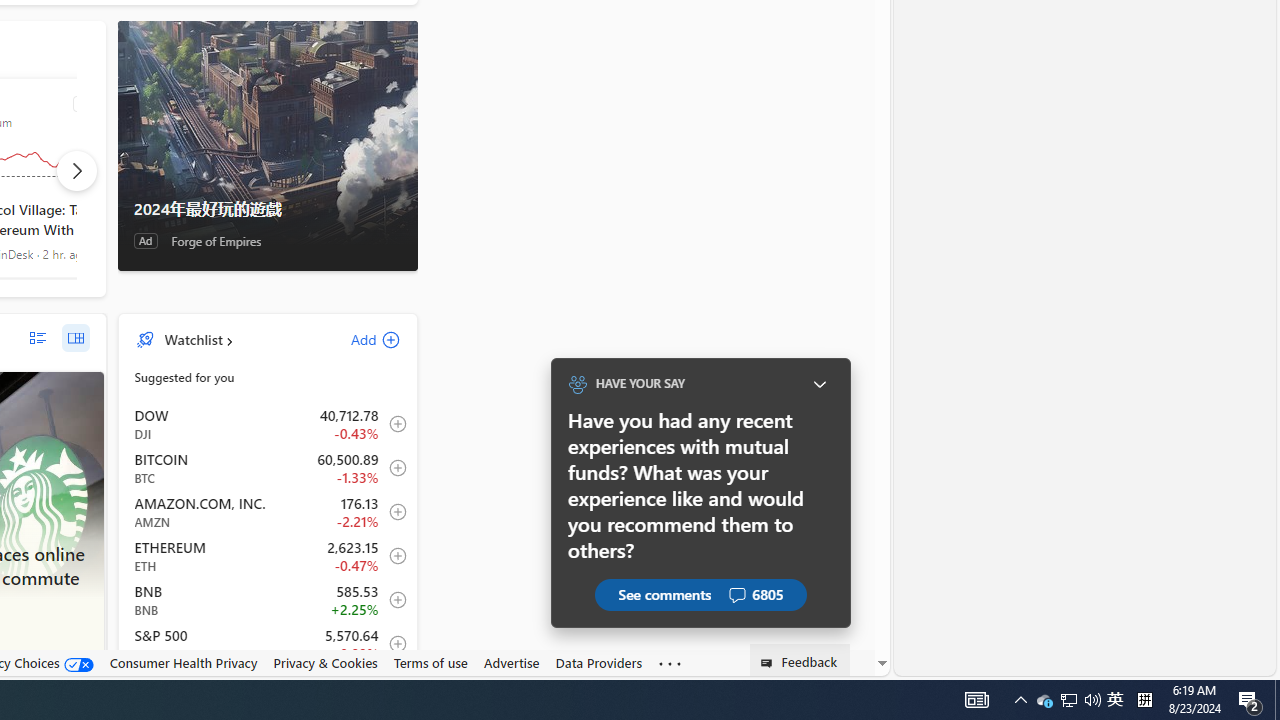  What do you see at coordinates (267, 511) in the screenshot?
I see `'AMZN AMAZON.COM, INC. decrease 176.13 -3.98 -2.21% item2'` at bounding box center [267, 511].